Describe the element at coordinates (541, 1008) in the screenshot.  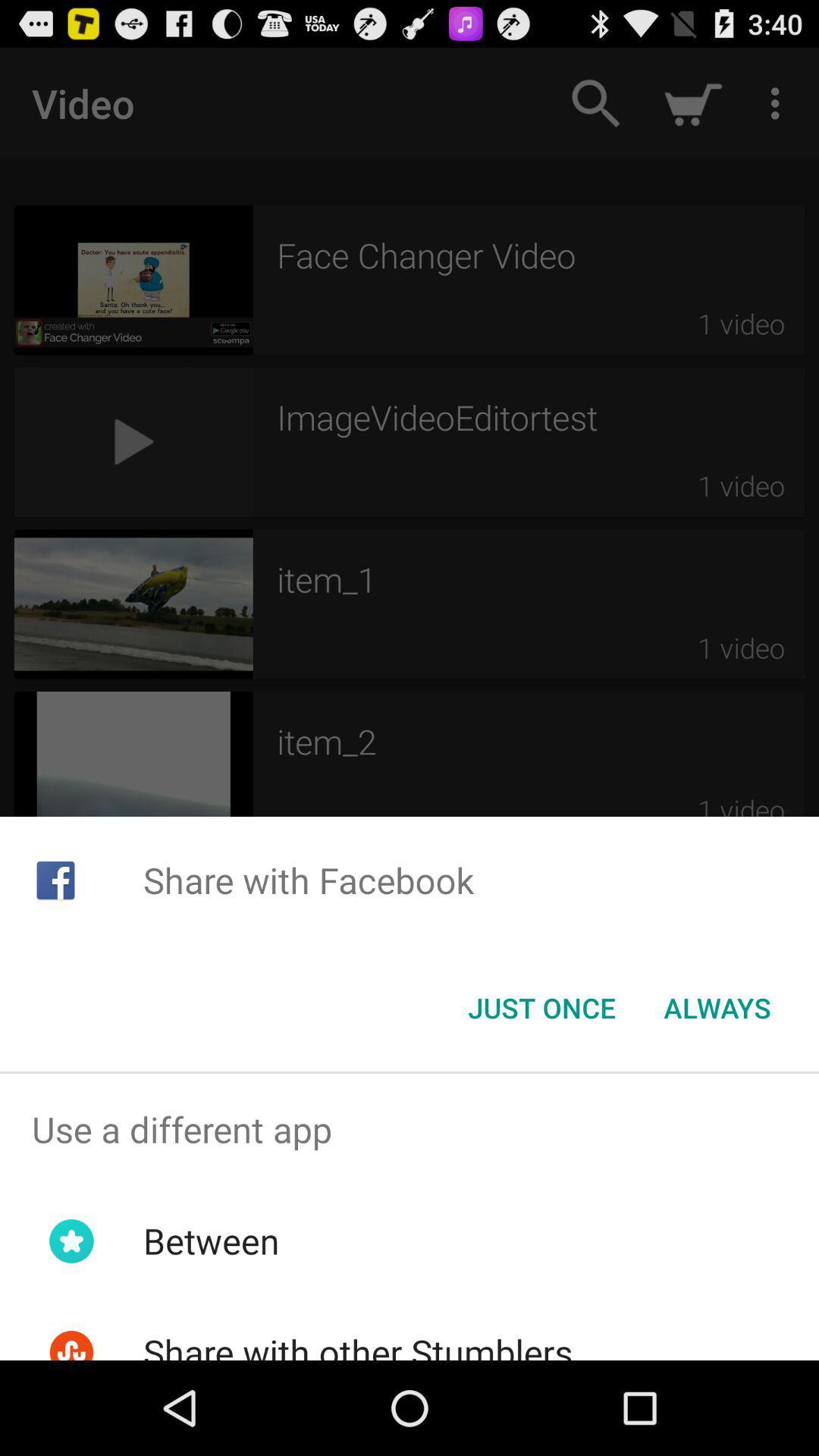
I see `the item below share with facebook` at that location.